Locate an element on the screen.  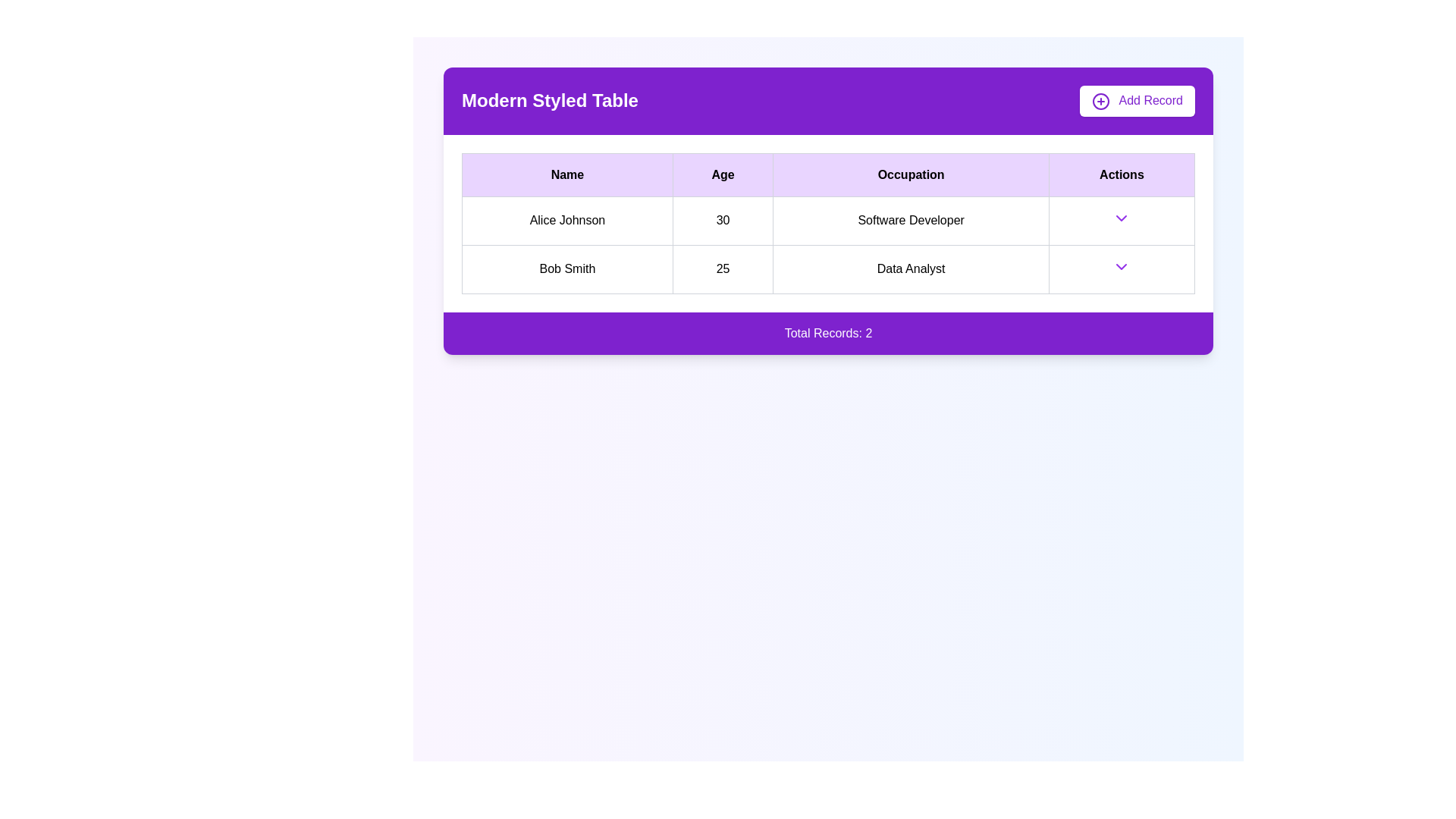
the static text display showing the age of 'Bob Smith' located in the 'Age' column of the table, adjacent to 'Bob Smith' on the left and 'Data Analyst' on the right is located at coordinates (722, 268).